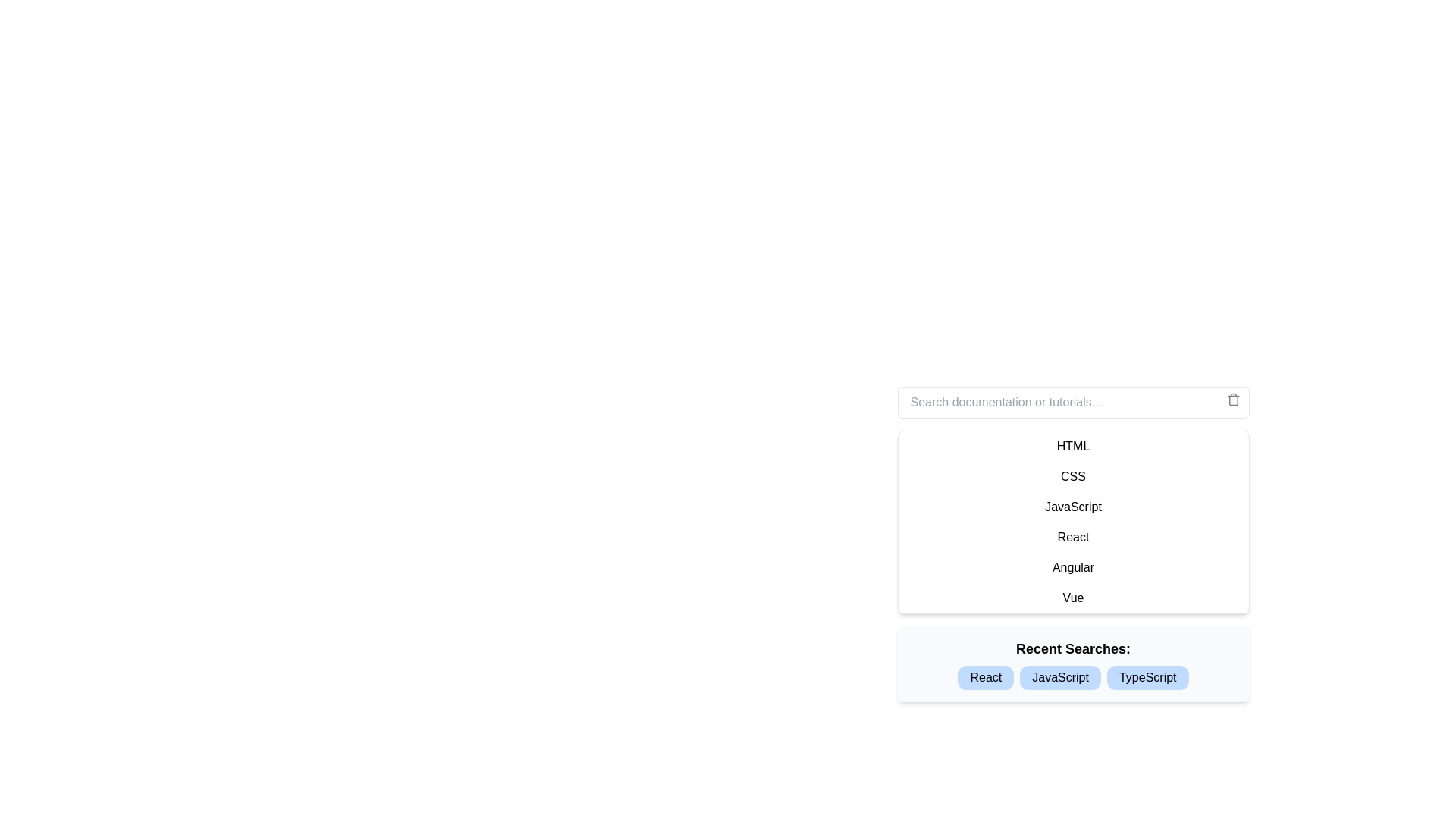 The width and height of the screenshot is (1456, 819). I want to click on the 'React' option, which is the fourth item in a vertical list of six, located below 'JavaScript' and above 'Angular', so click(1072, 537).